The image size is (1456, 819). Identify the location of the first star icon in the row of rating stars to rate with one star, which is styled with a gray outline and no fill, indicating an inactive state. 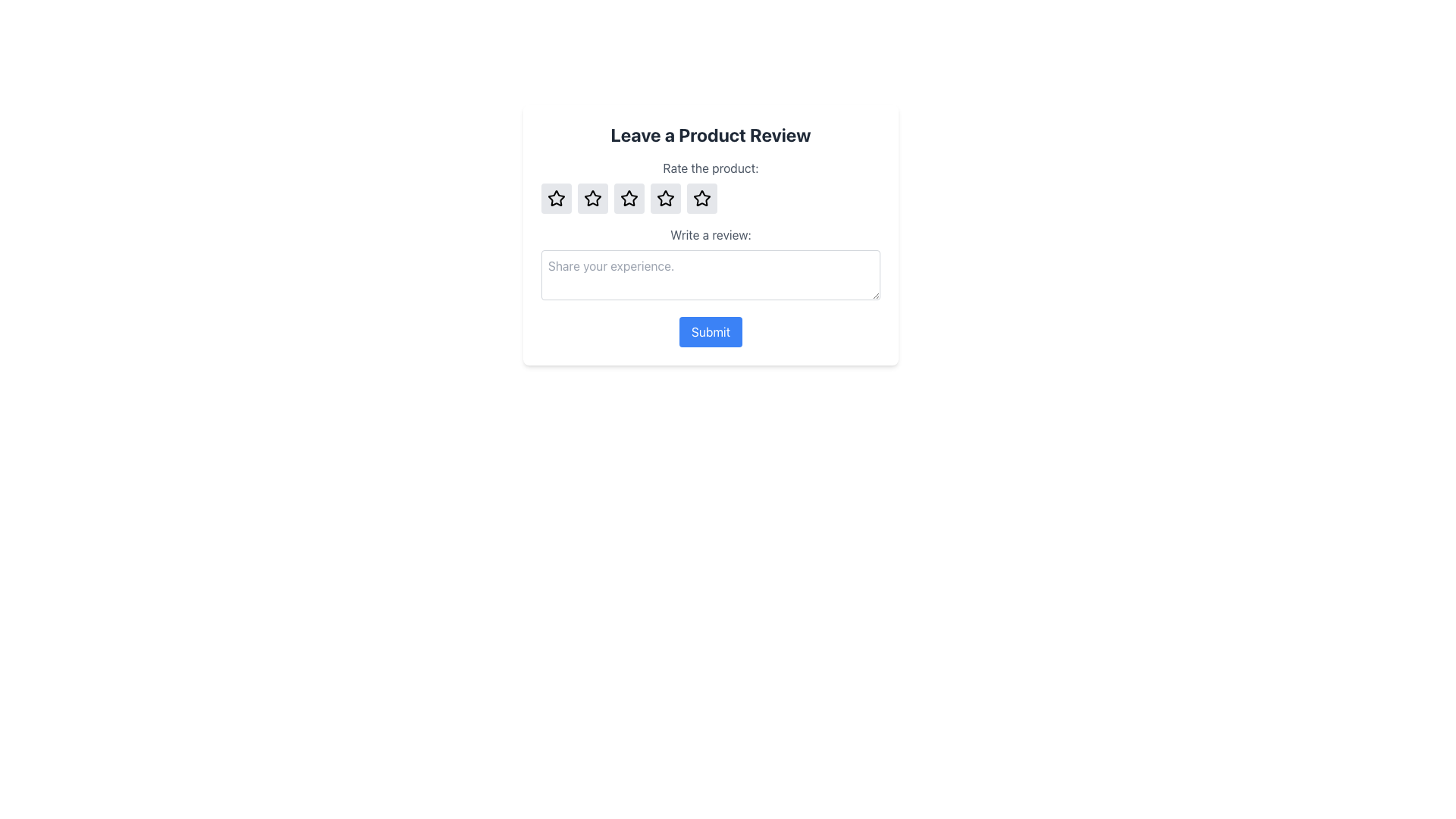
(556, 198).